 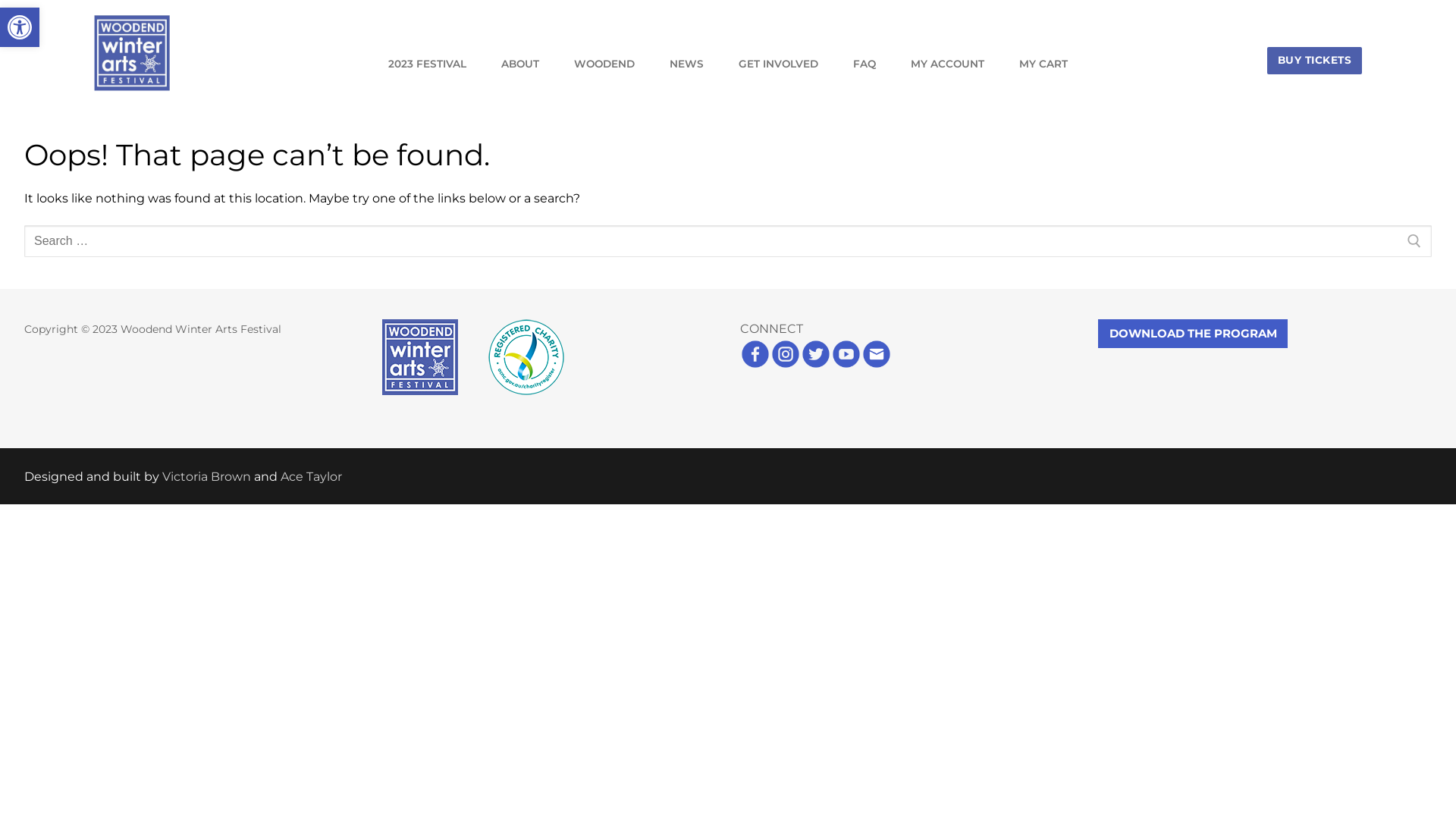 What do you see at coordinates (520, 63) in the screenshot?
I see `'ABOUT'` at bounding box center [520, 63].